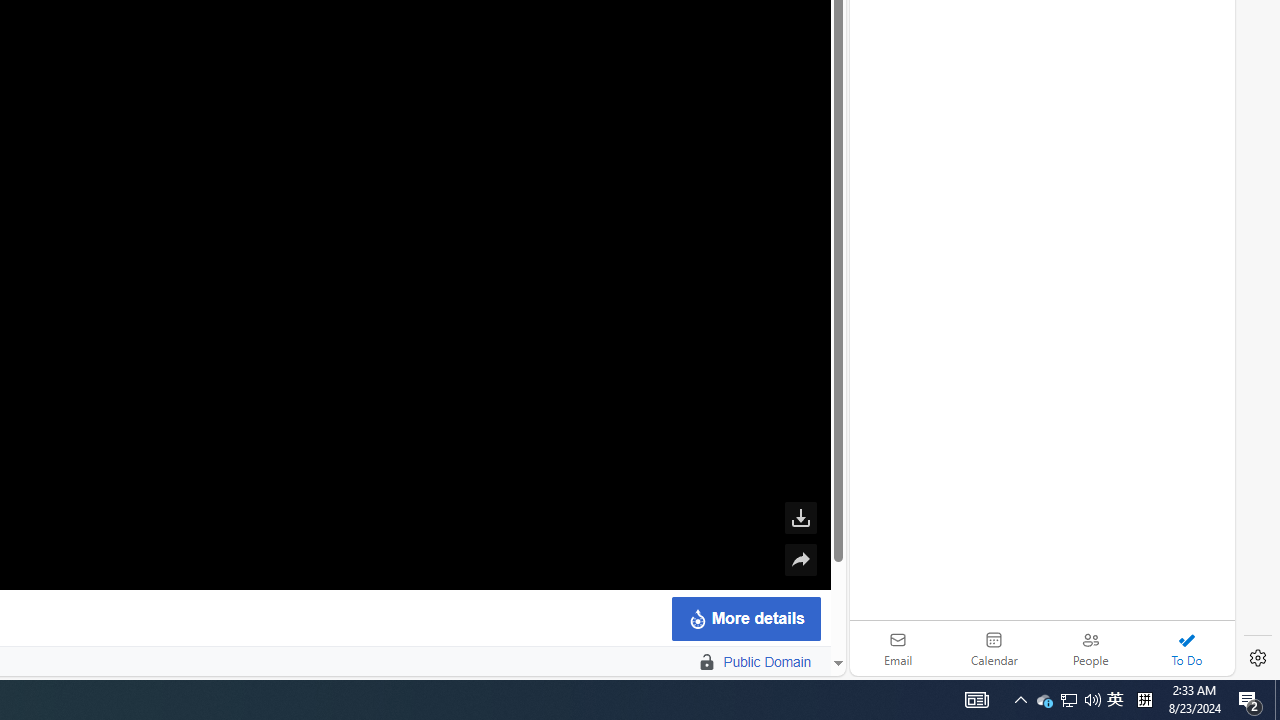 This screenshot has width=1280, height=720. I want to click on 'Share or embed this file', so click(800, 560).